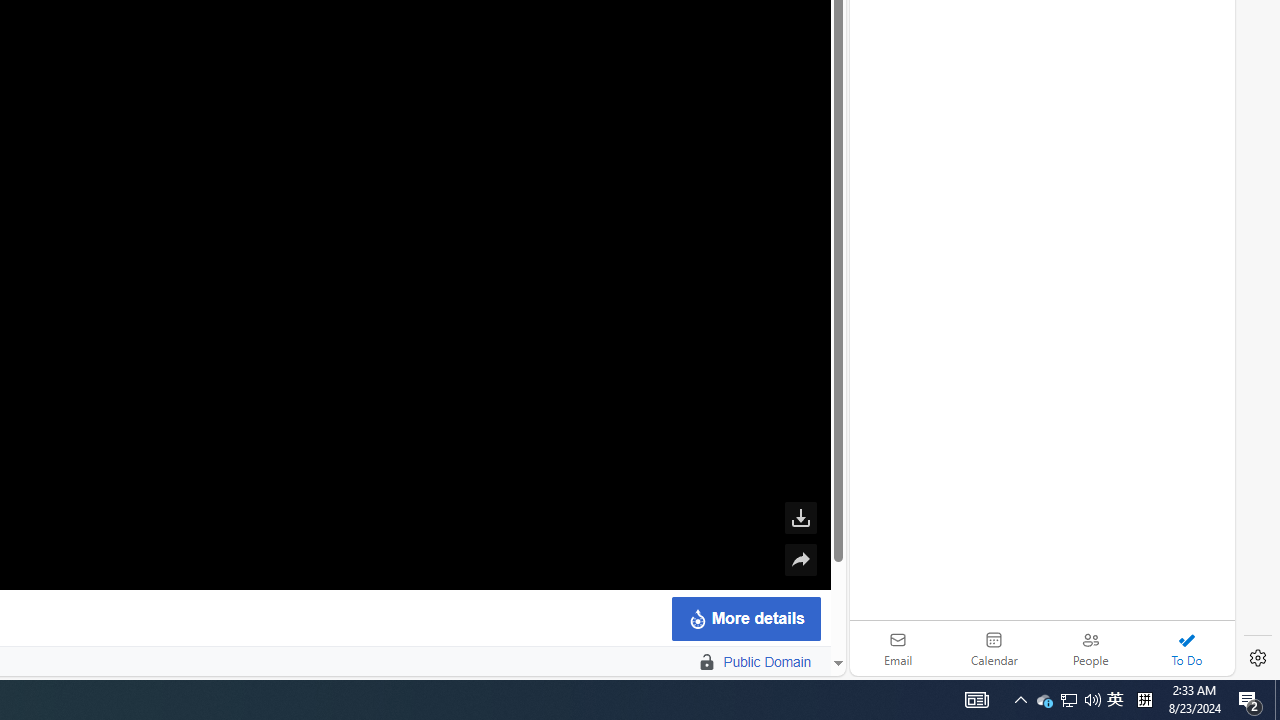 This screenshot has width=1280, height=720. I want to click on 'Share or embed this file', so click(800, 560).